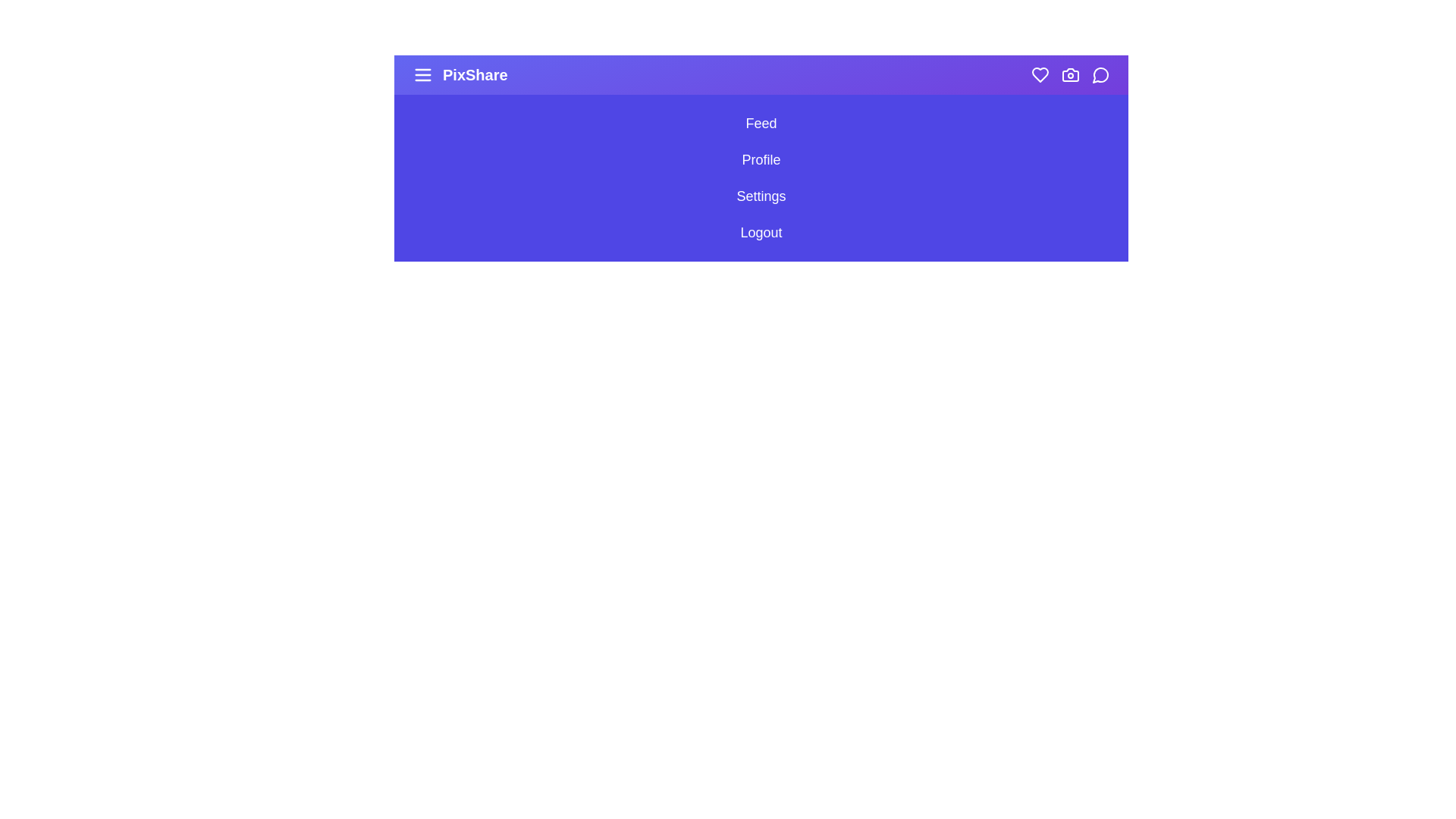 The width and height of the screenshot is (1456, 819). What do you see at coordinates (1040, 75) in the screenshot?
I see `the Heart icon to indicate a 'Like' action` at bounding box center [1040, 75].